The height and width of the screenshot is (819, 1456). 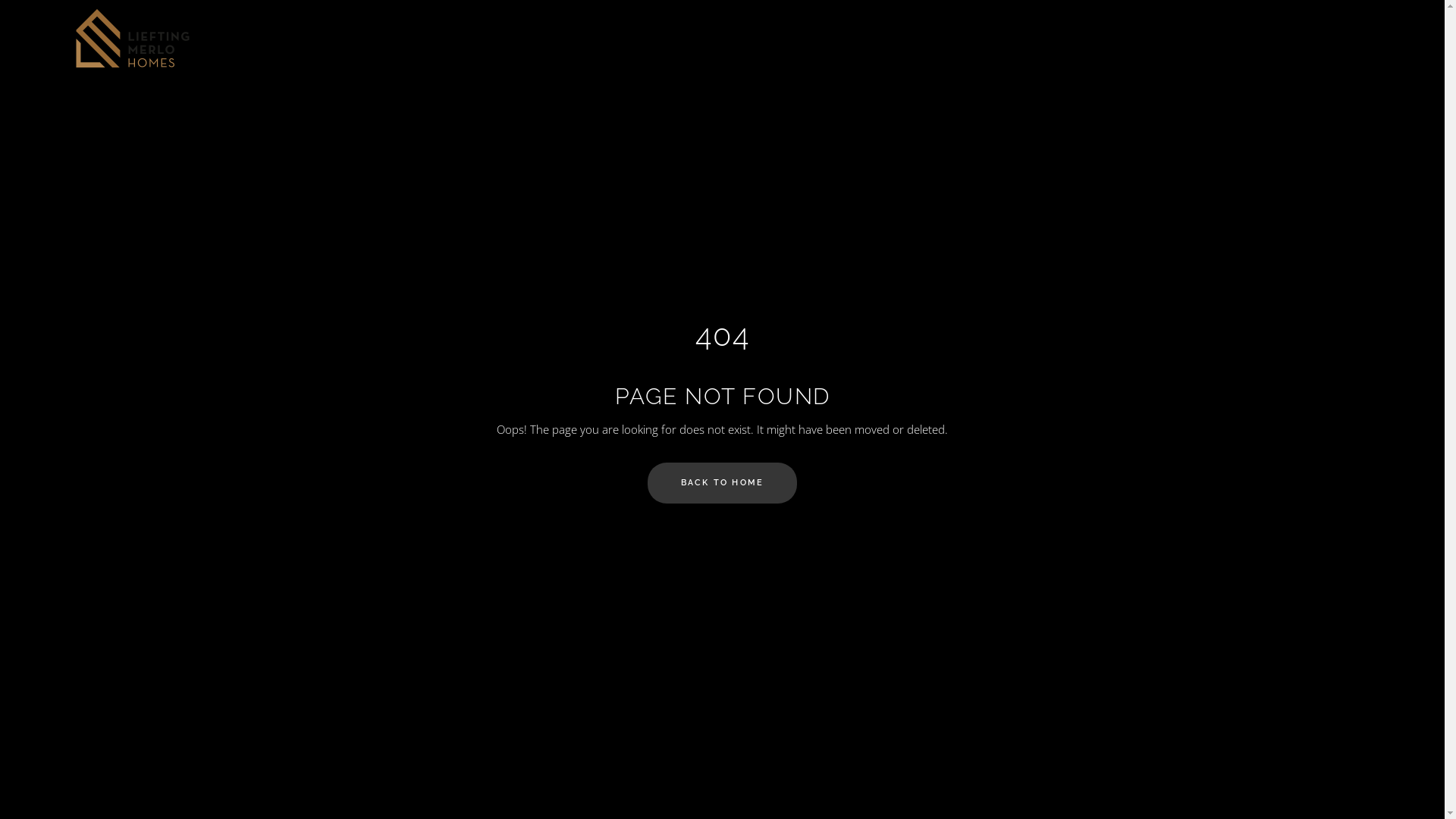 I want to click on 'BACK TO HOME', so click(x=648, y=482).